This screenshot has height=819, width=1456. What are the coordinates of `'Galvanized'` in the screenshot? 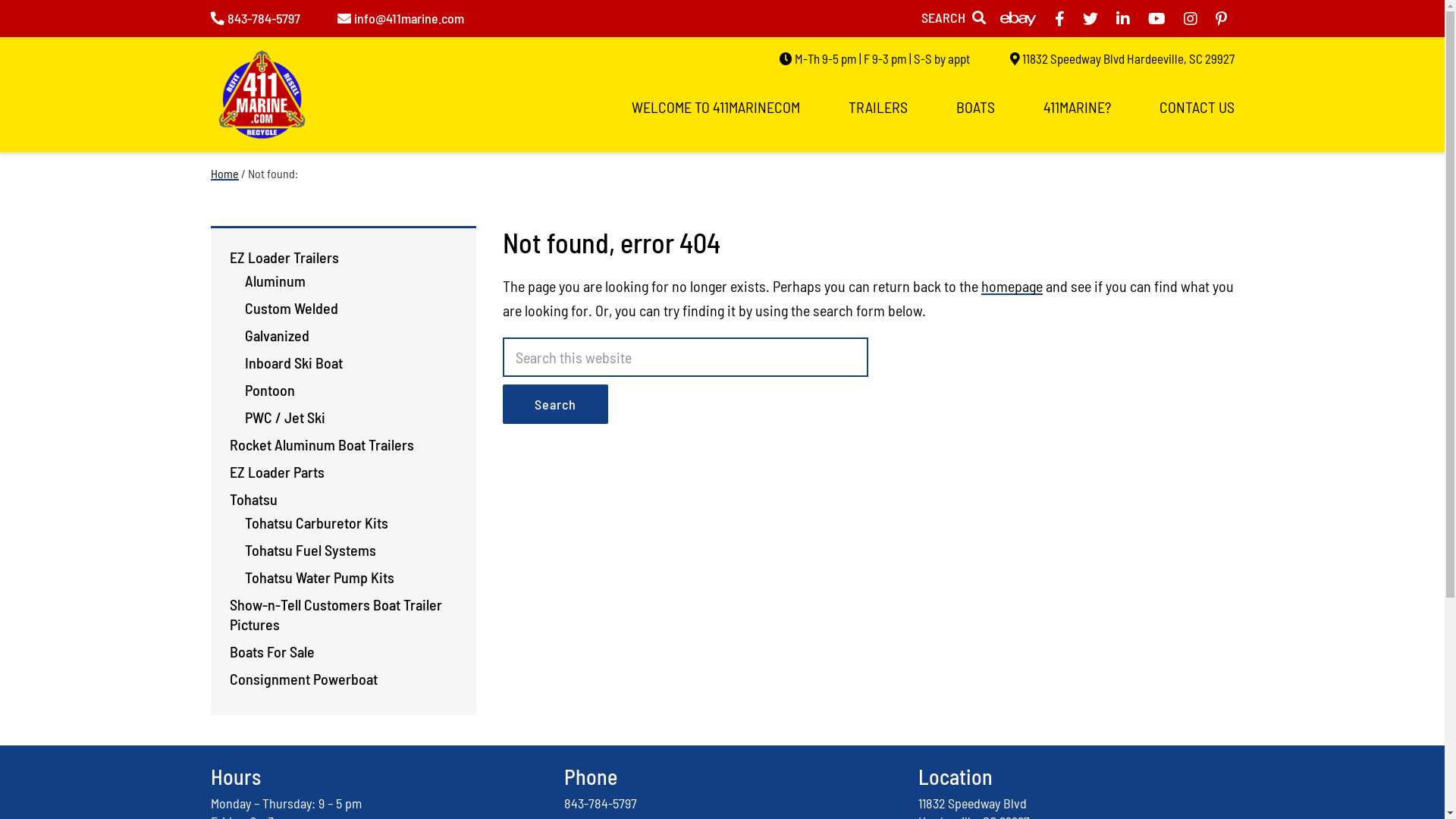 It's located at (276, 334).